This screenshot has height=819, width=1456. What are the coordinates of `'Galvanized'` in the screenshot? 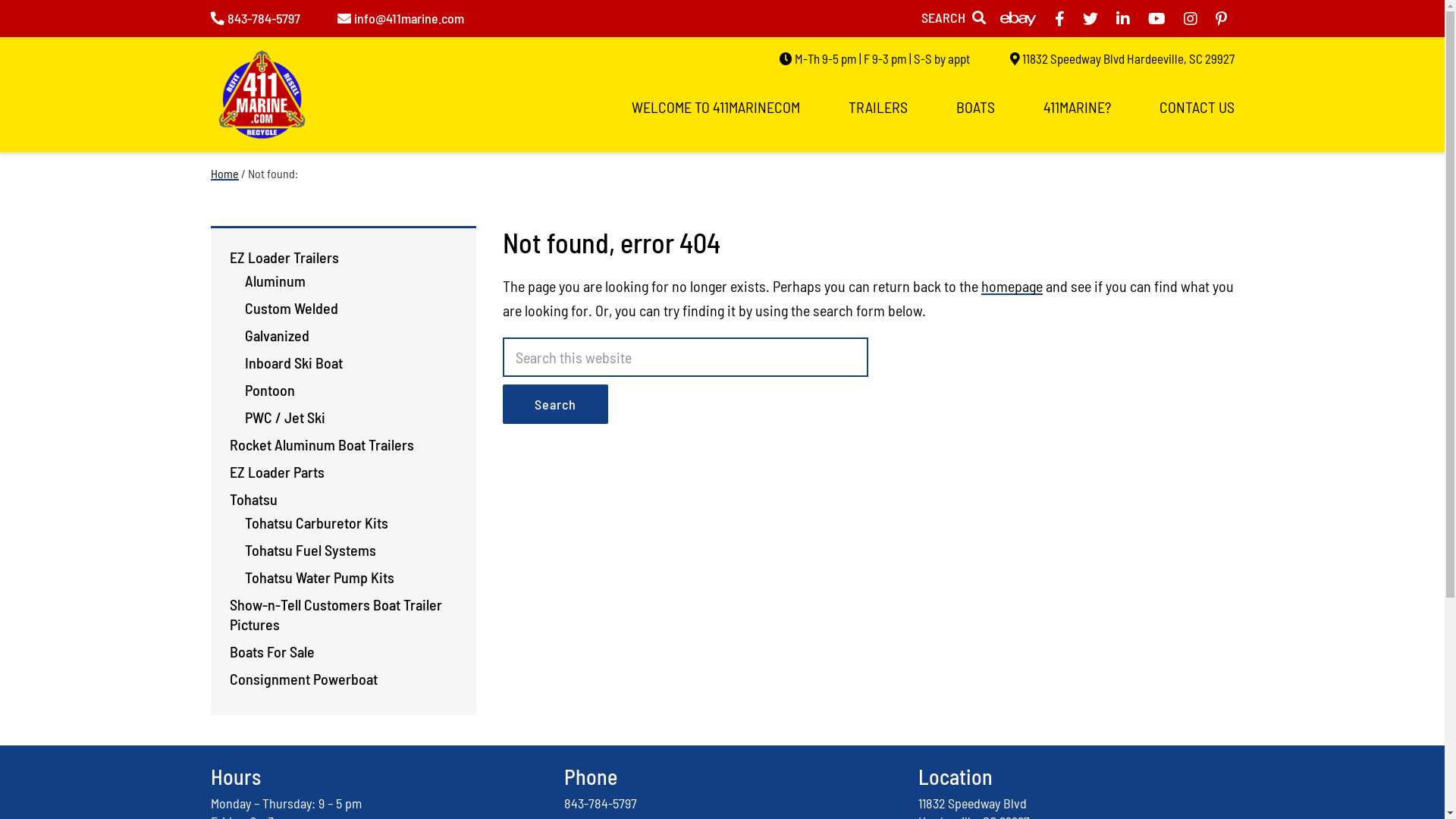 It's located at (276, 334).